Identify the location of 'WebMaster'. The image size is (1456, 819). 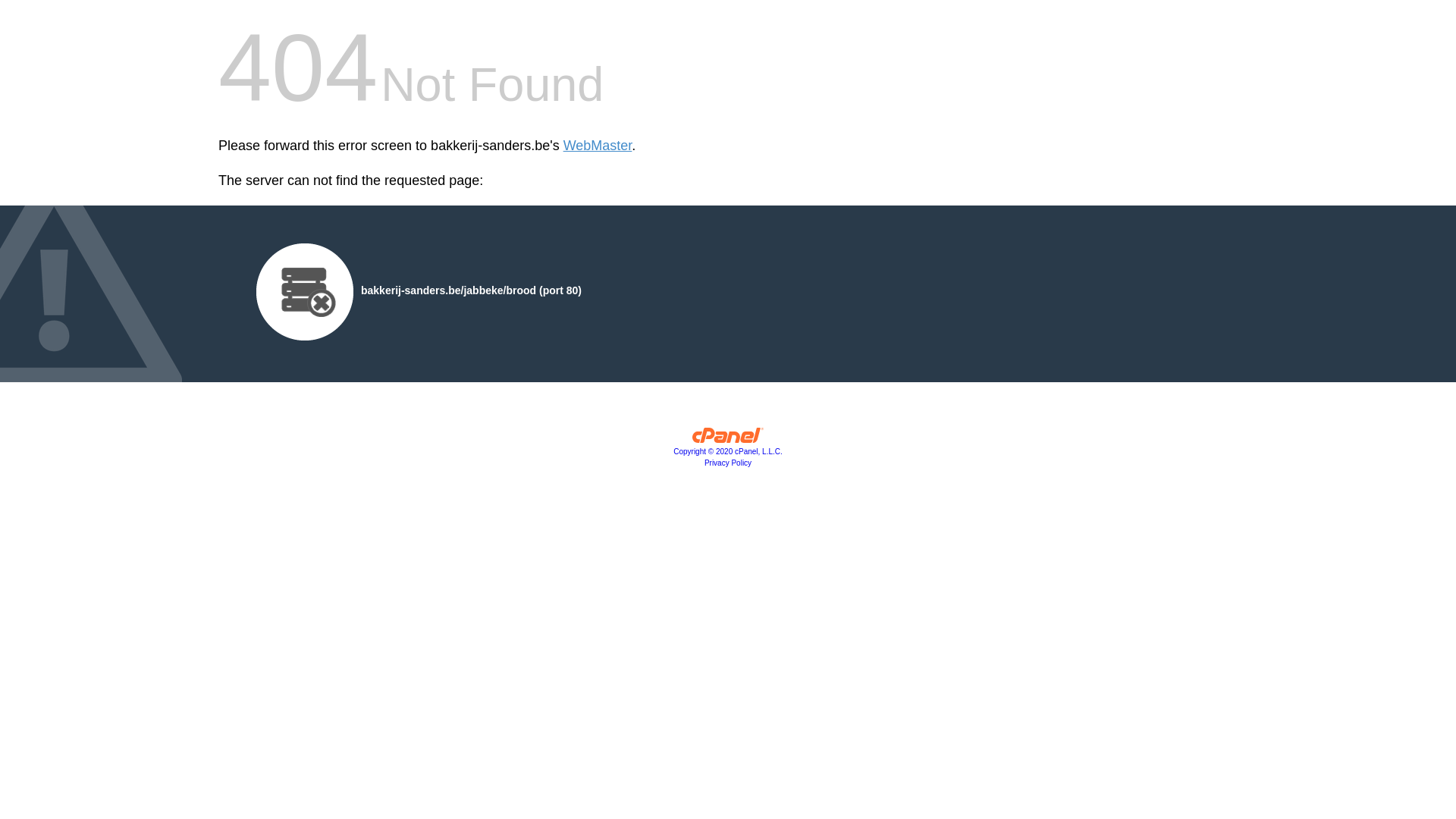
(597, 146).